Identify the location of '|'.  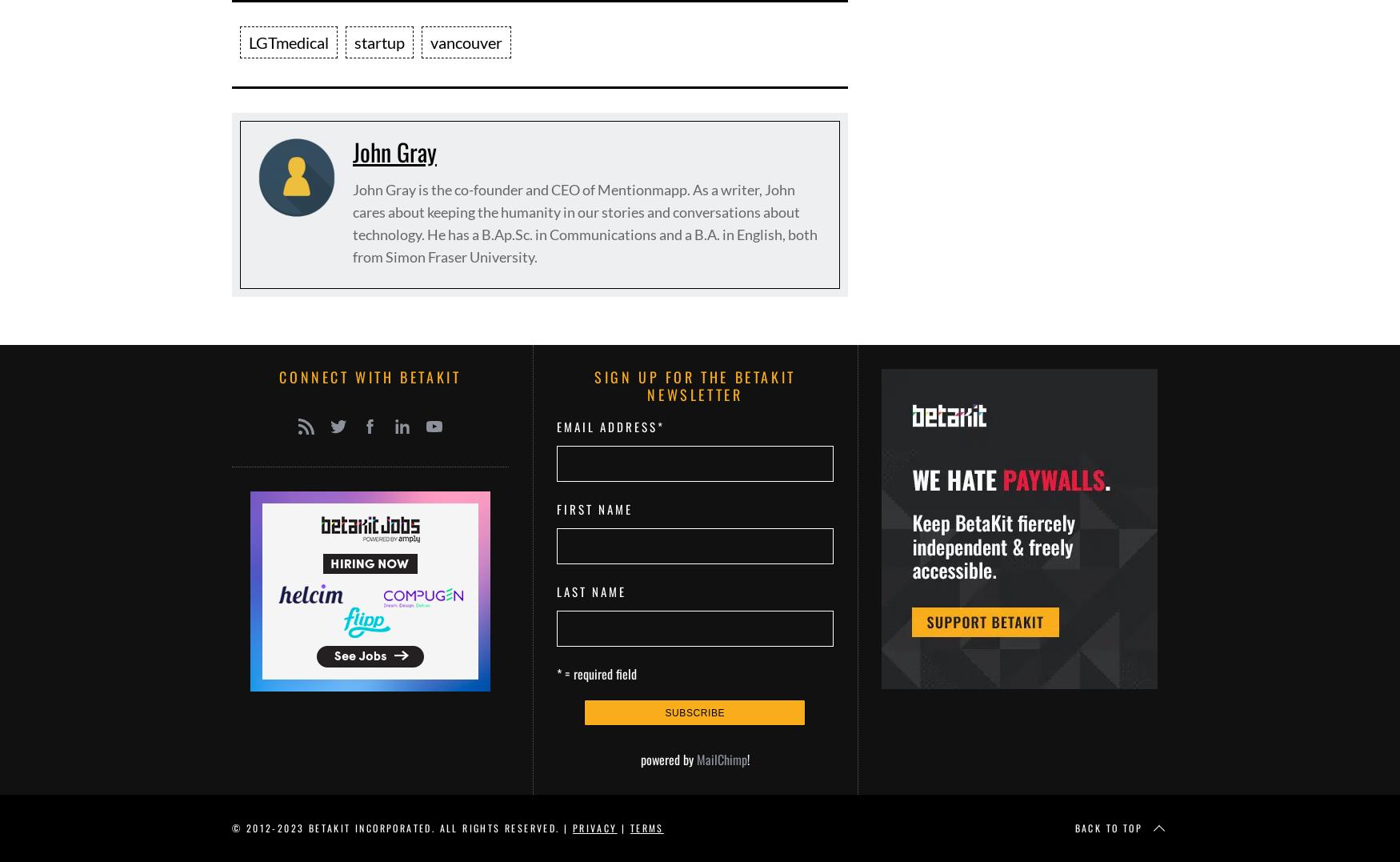
(622, 827).